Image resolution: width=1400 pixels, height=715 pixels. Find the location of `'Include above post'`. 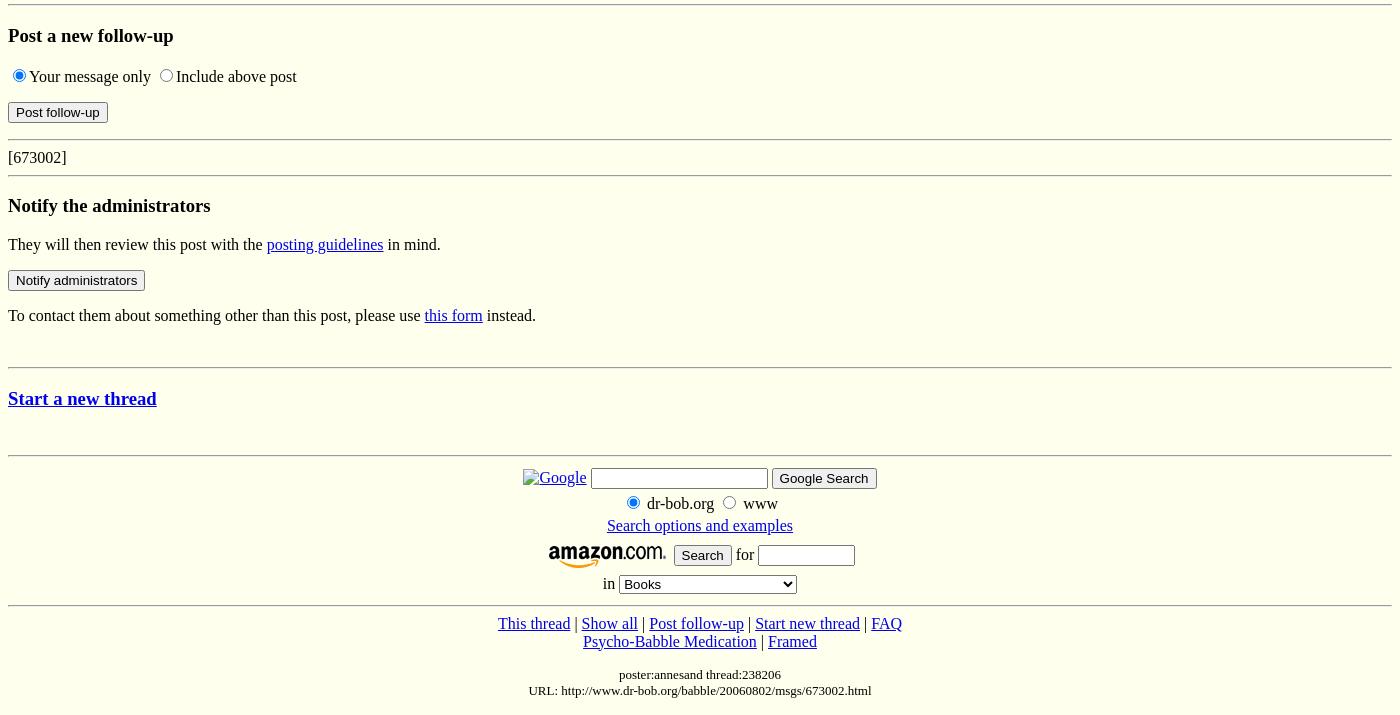

'Include above post' is located at coordinates (234, 75).